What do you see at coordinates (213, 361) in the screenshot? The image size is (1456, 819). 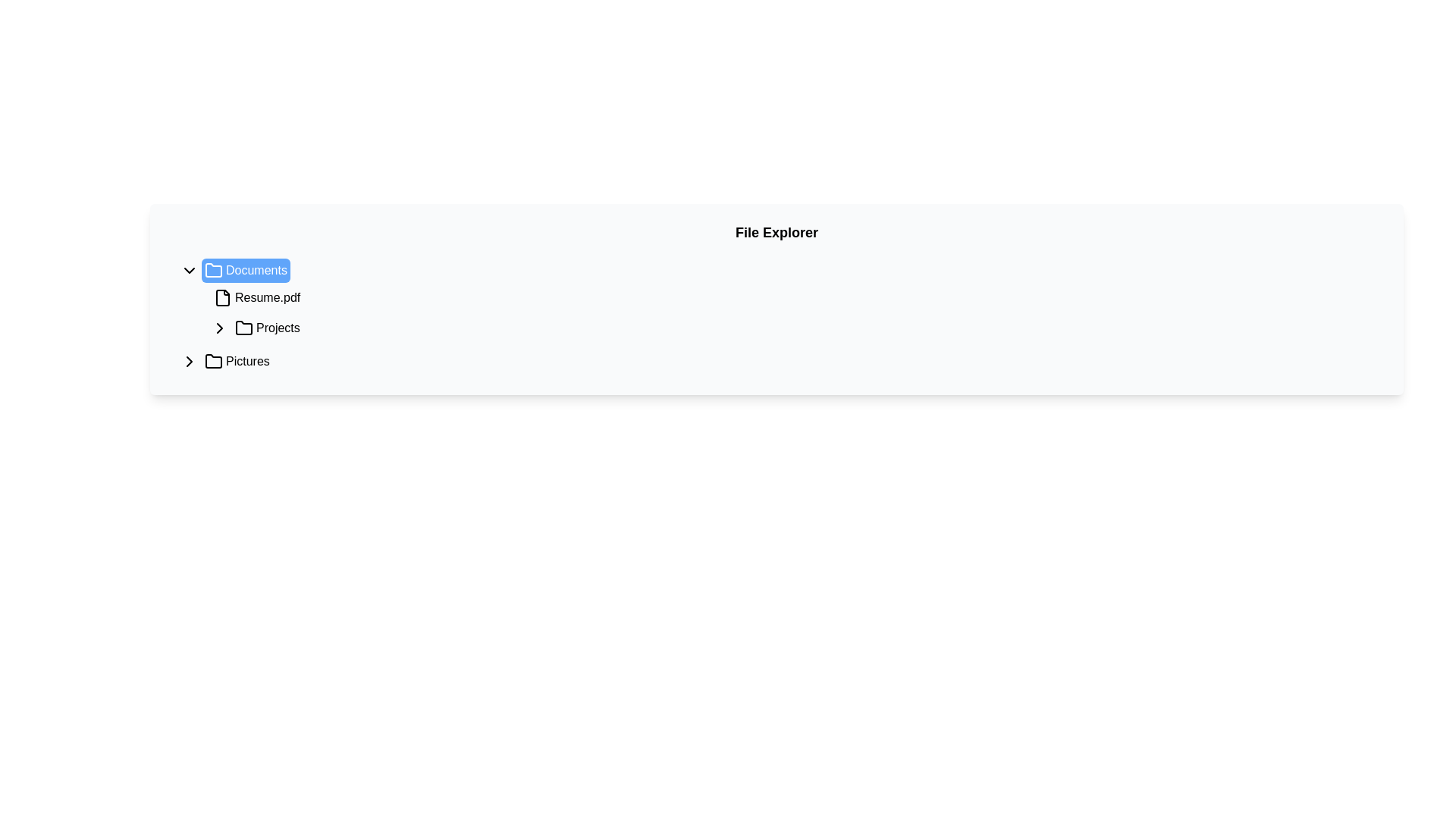 I see `the folder icon representing the 'Pictures' directory in the file explorer interface, which is located next to the 'Pictures' text label` at bounding box center [213, 361].